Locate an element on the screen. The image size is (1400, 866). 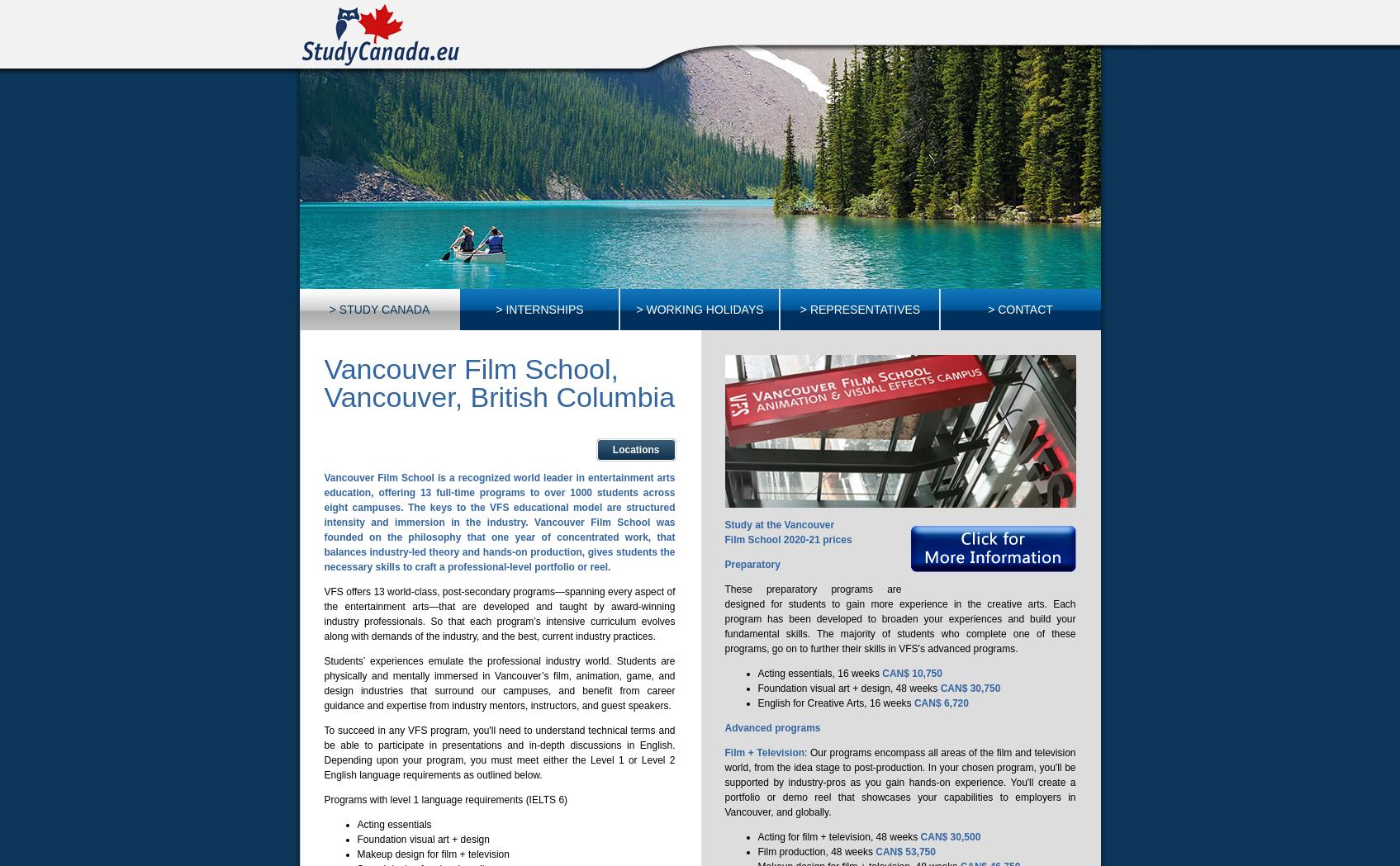
'CAN$ 30,750' is located at coordinates (970, 687).